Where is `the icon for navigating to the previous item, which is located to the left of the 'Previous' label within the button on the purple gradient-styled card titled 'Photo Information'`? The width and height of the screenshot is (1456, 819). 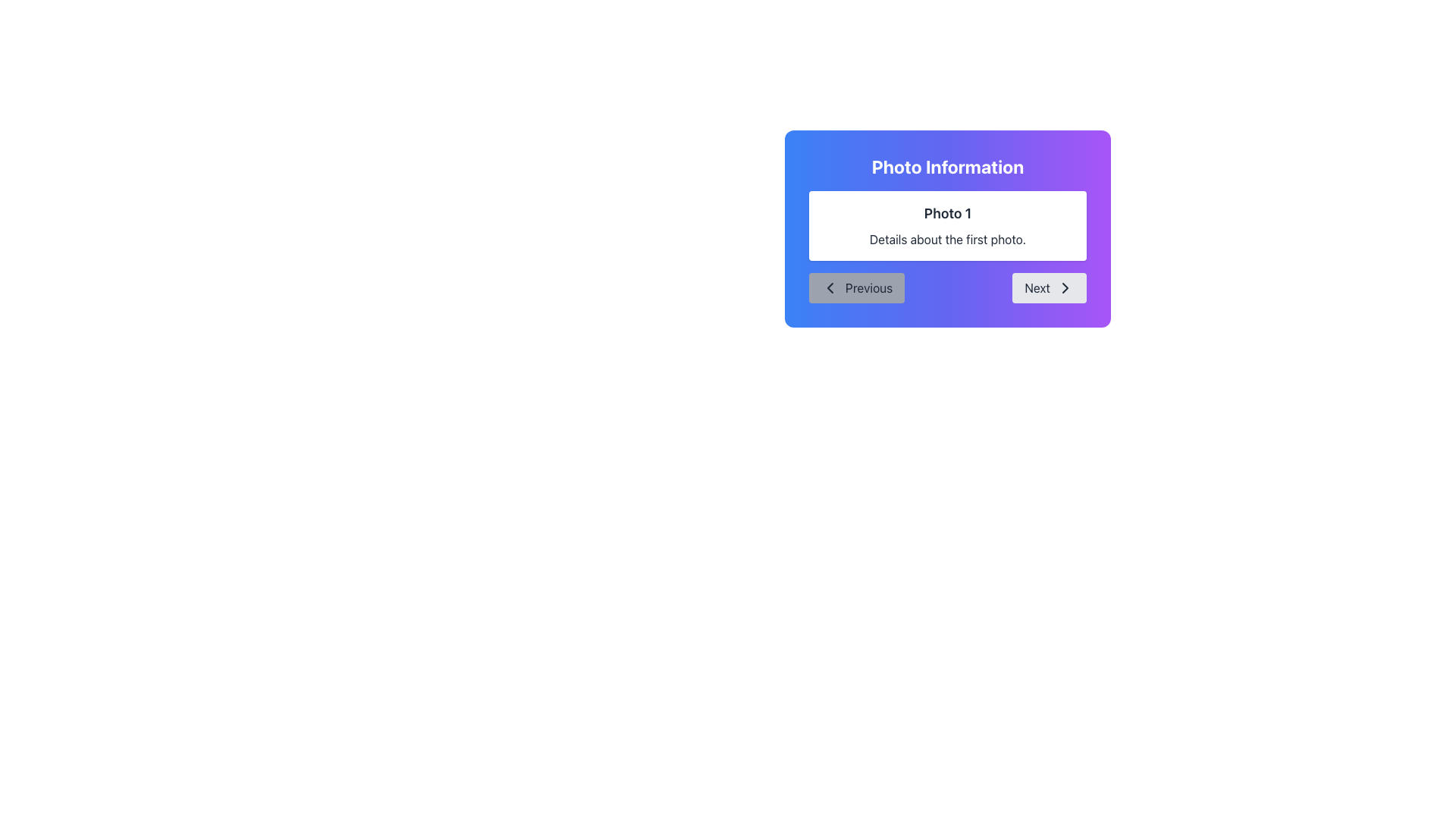 the icon for navigating to the previous item, which is located to the left of the 'Previous' label within the button on the purple gradient-styled card titled 'Photo Information' is located at coordinates (829, 288).